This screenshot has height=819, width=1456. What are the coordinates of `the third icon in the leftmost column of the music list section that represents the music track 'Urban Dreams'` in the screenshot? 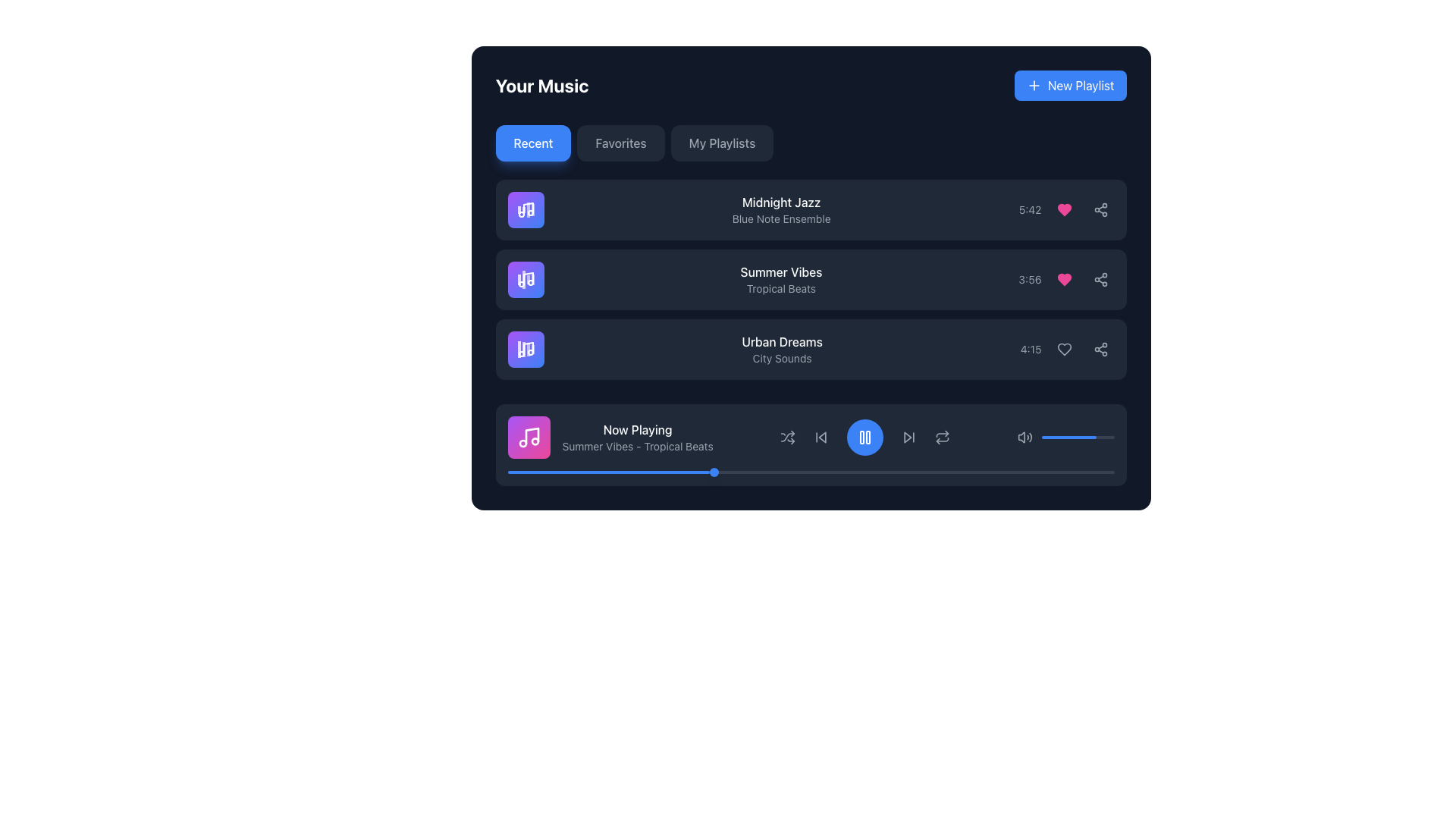 It's located at (526, 350).